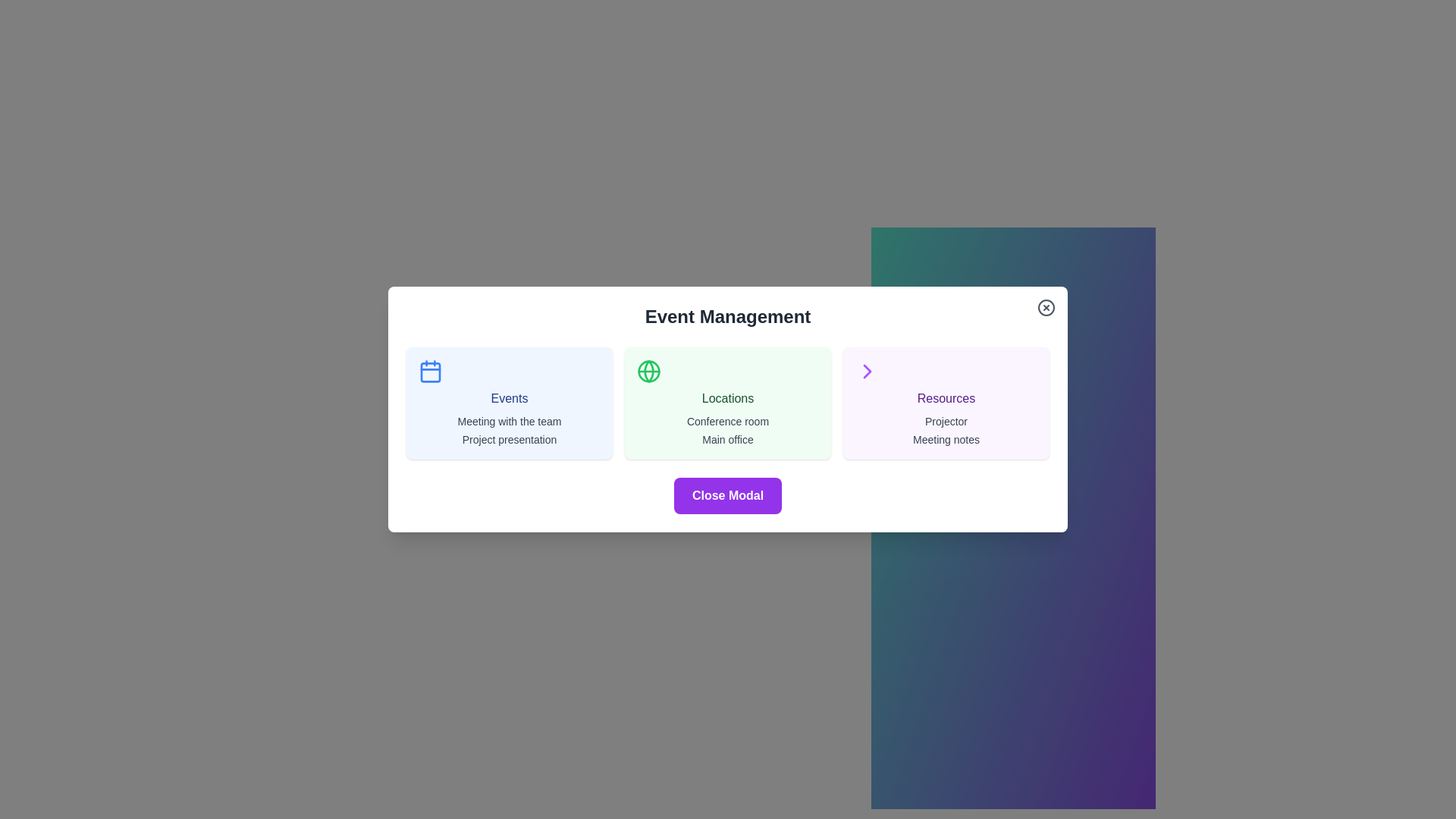 Image resolution: width=1456 pixels, height=819 pixels. Describe the element at coordinates (946, 421) in the screenshot. I see `the static text label titled 'Projector' located in the 'Resources' section of the modal, which is the top entry above 'Meeting notes'` at that location.